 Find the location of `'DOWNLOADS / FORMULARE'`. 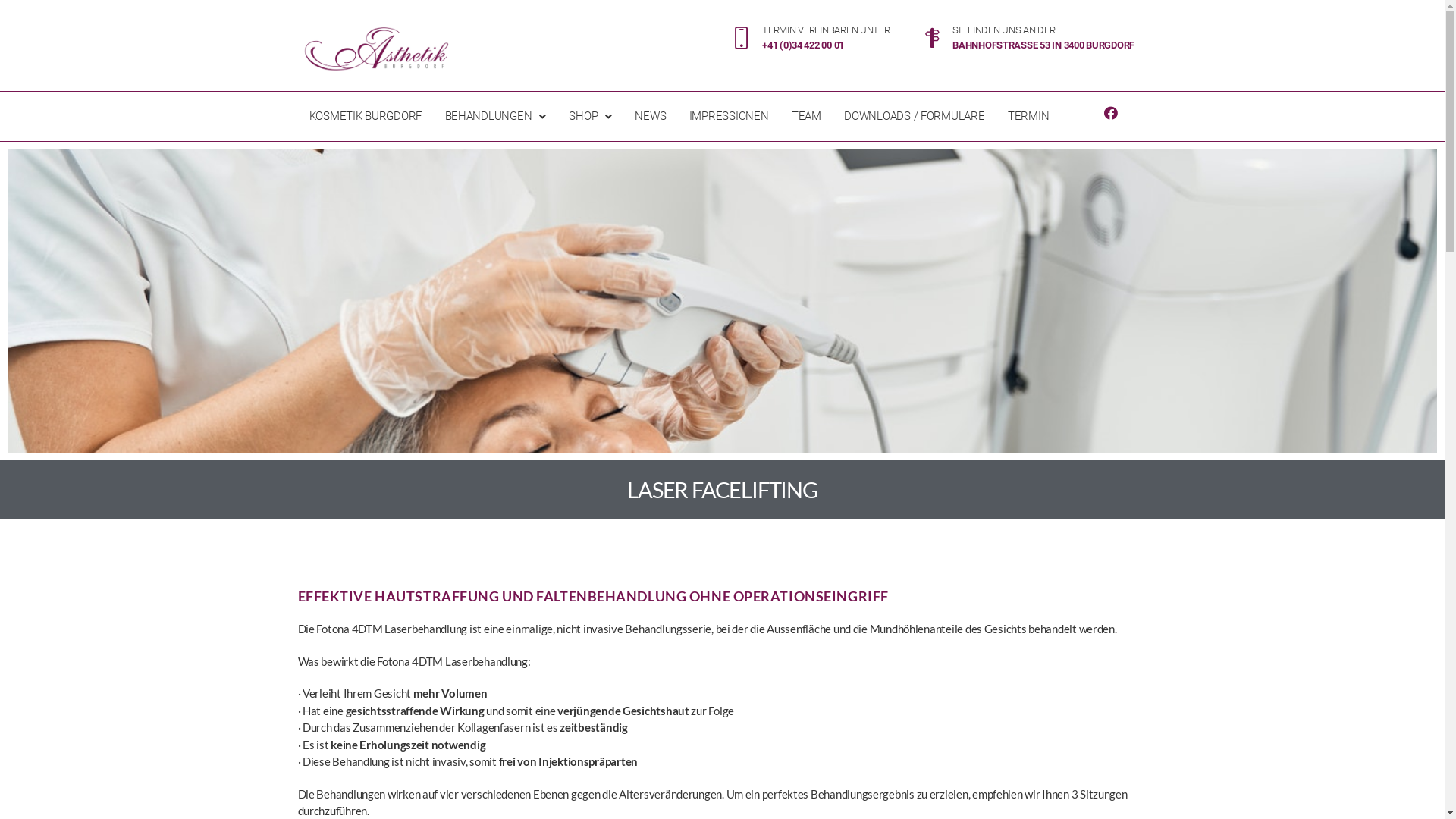

'DOWNLOADS / FORMULARE' is located at coordinates (913, 115).